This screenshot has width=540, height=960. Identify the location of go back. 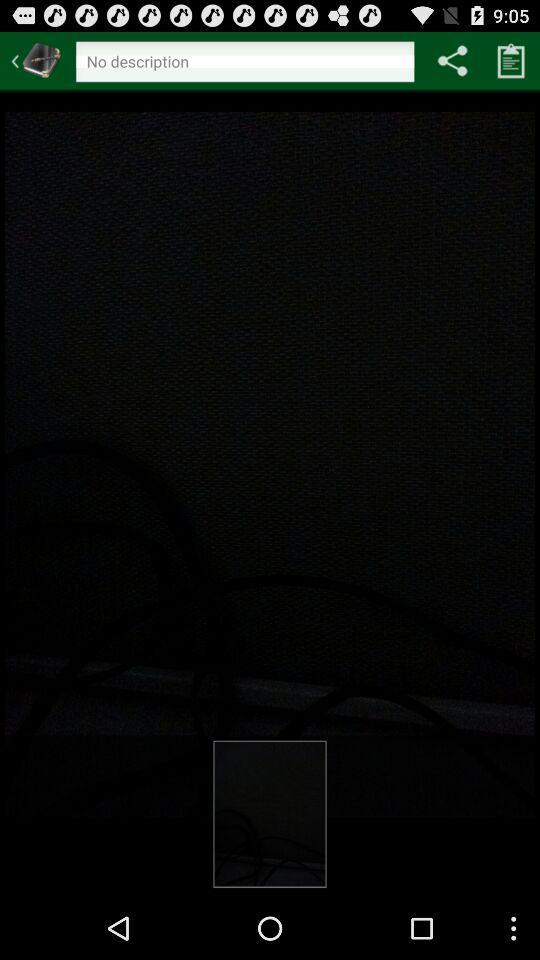
(36, 59).